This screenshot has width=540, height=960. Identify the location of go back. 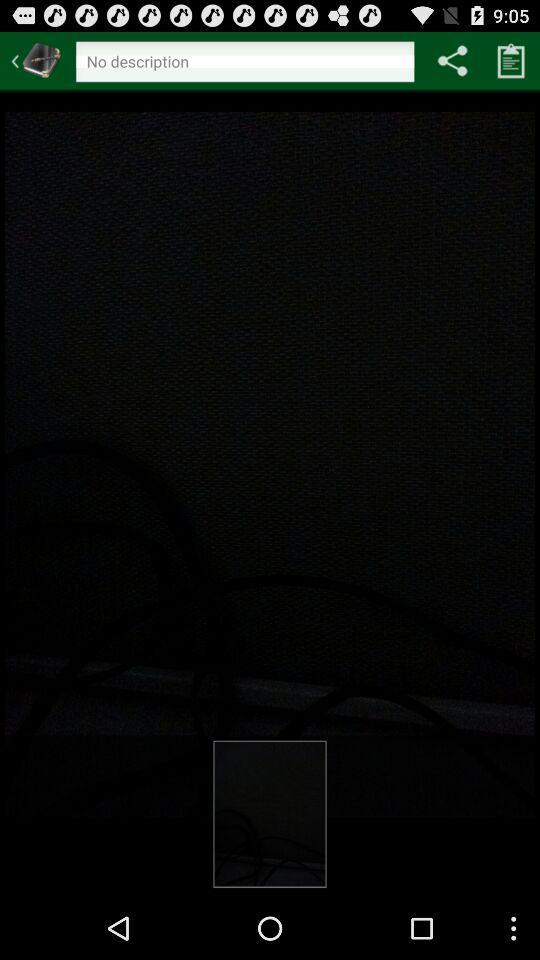
(36, 59).